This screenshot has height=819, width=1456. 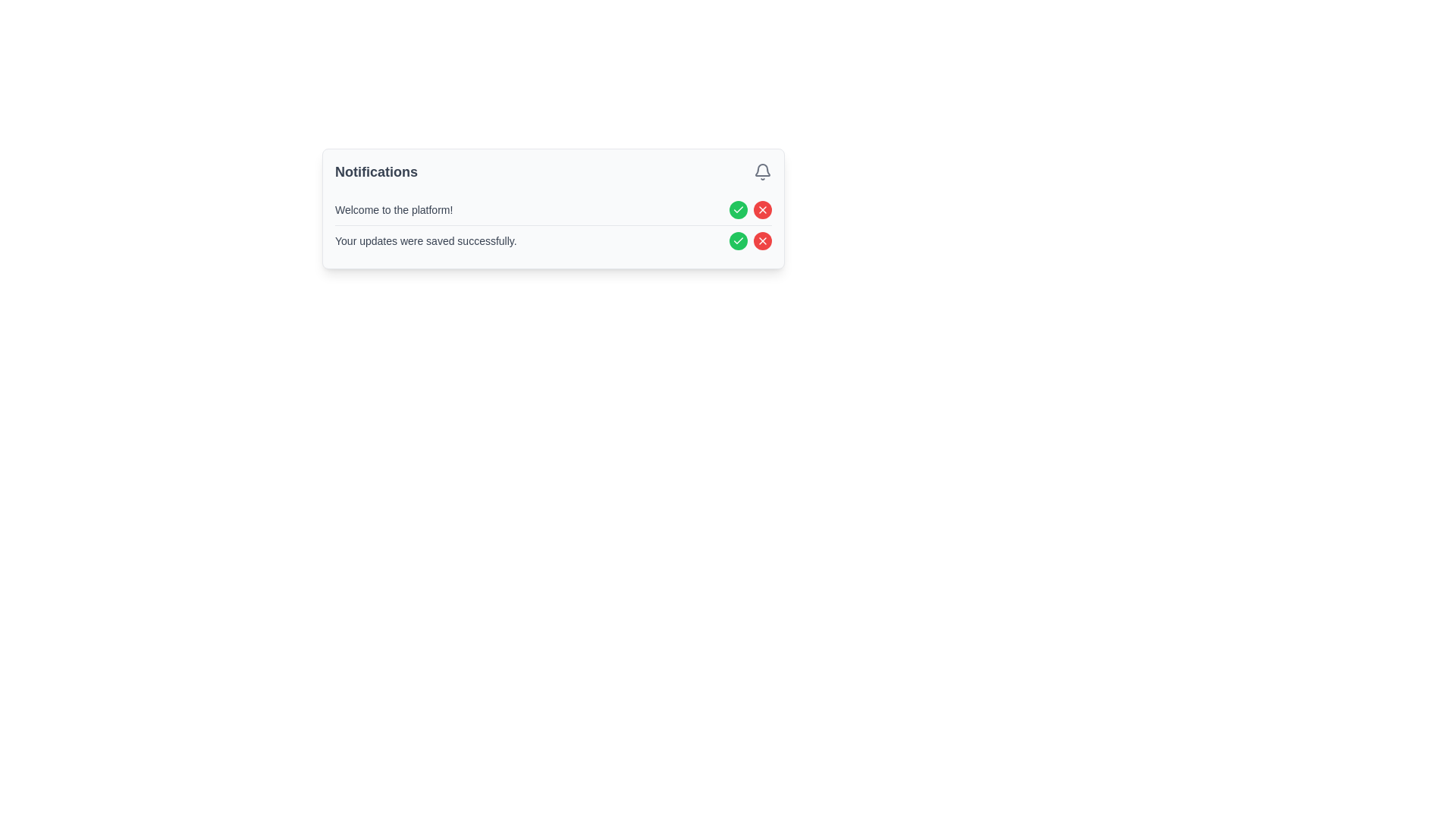 I want to click on the icon button with a checkmark symbol, which is located in the second row of the notification list, immediately to the left of a red cross icon and enclosed in a circular green button, so click(x=739, y=210).